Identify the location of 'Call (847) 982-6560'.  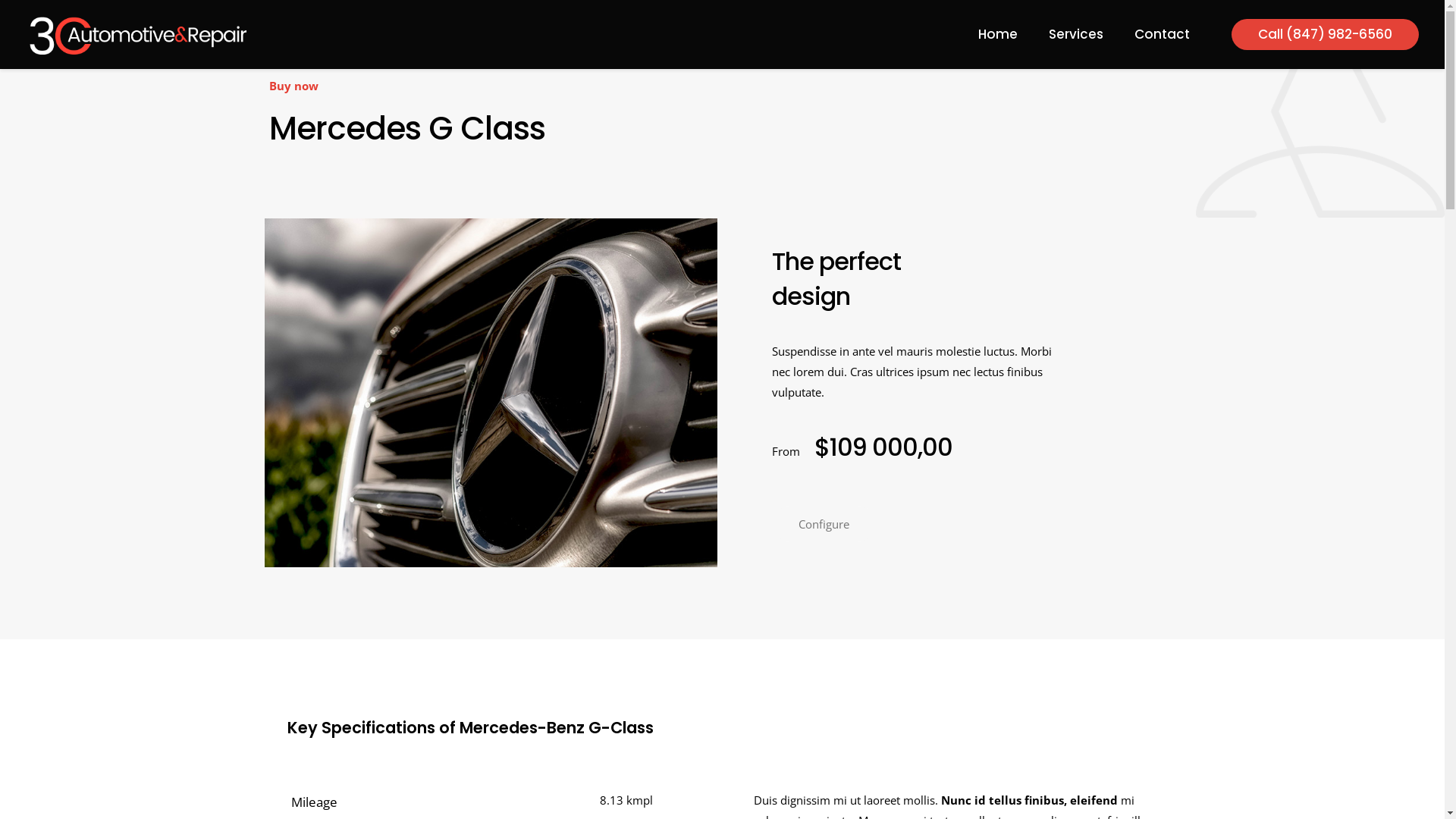
(1324, 34).